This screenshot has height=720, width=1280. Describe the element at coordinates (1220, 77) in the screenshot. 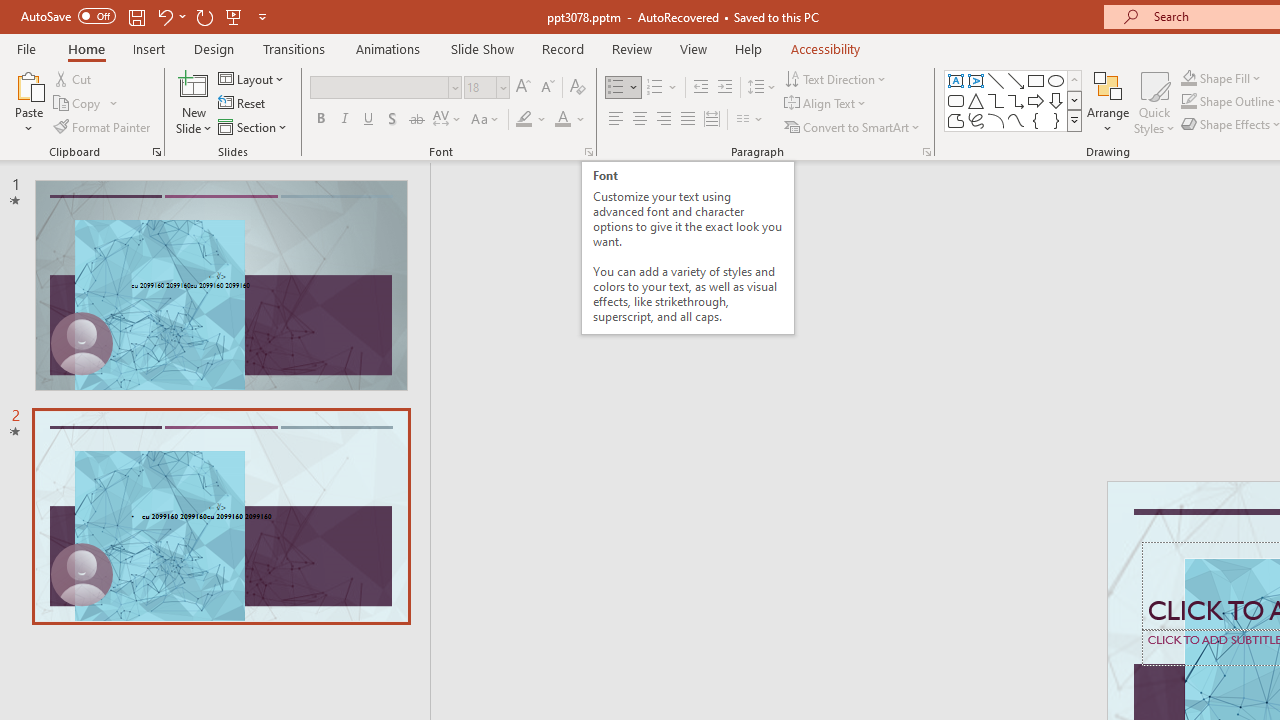

I see `'Shape Fill'` at that location.